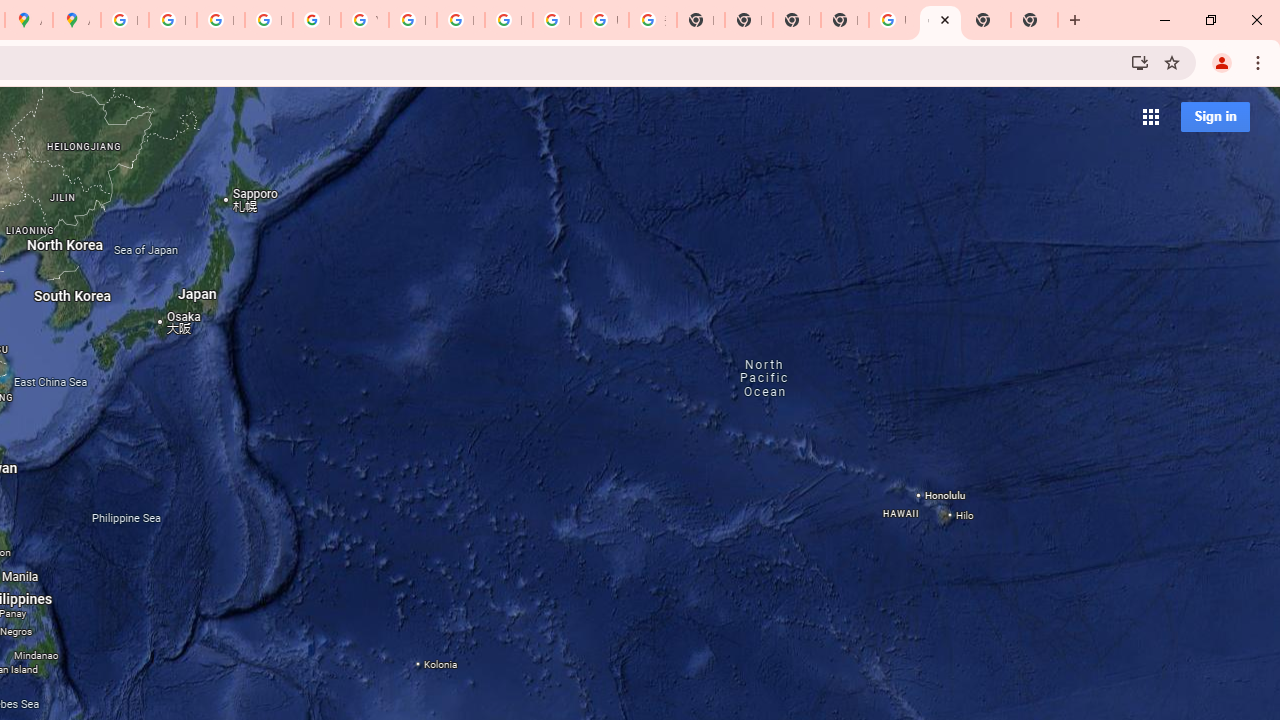  Describe the element at coordinates (1139, 61) in the screenshot. I see `'Install Google Maps'` at that location.